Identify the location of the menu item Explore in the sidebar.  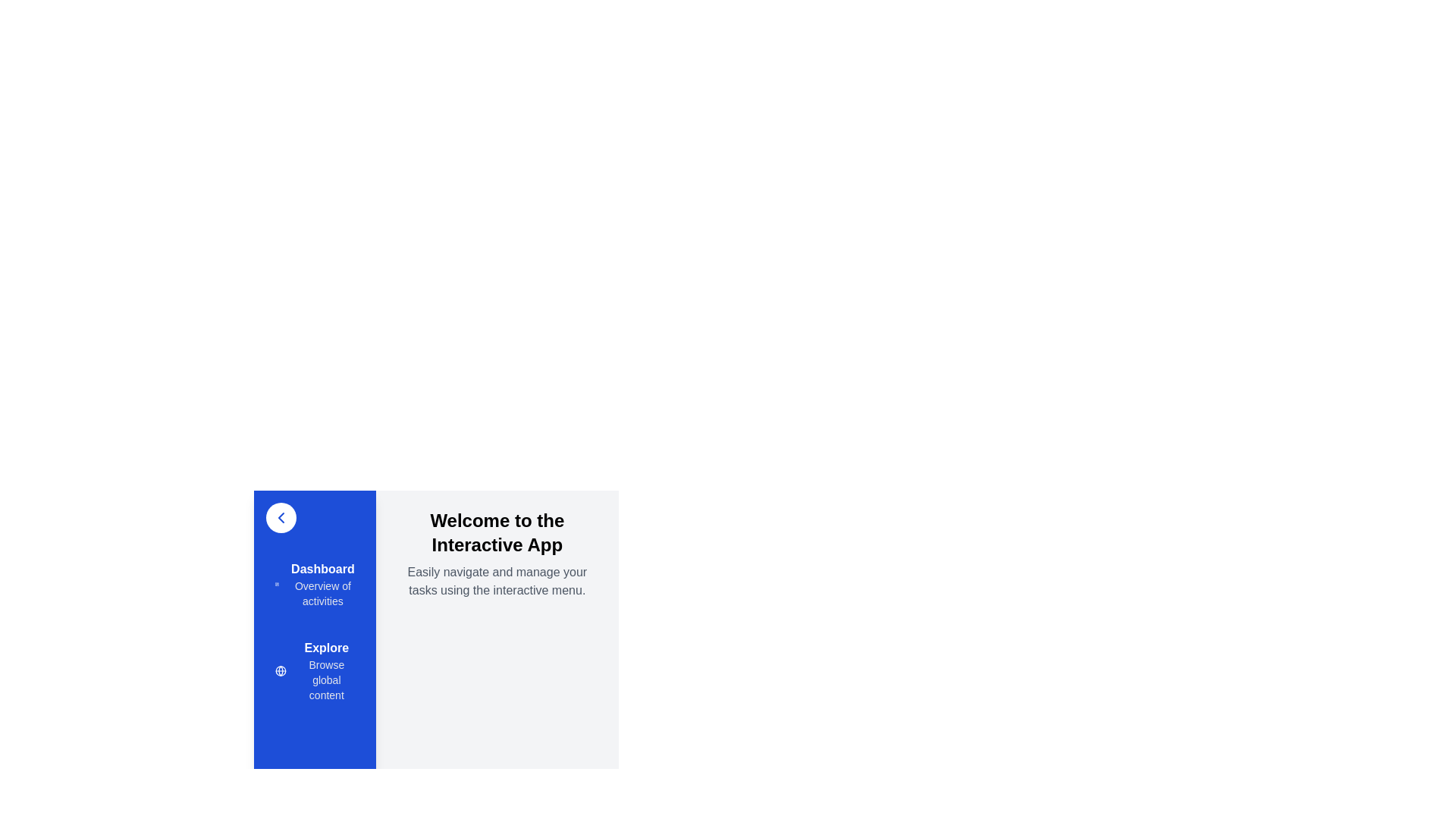
(313, 670).